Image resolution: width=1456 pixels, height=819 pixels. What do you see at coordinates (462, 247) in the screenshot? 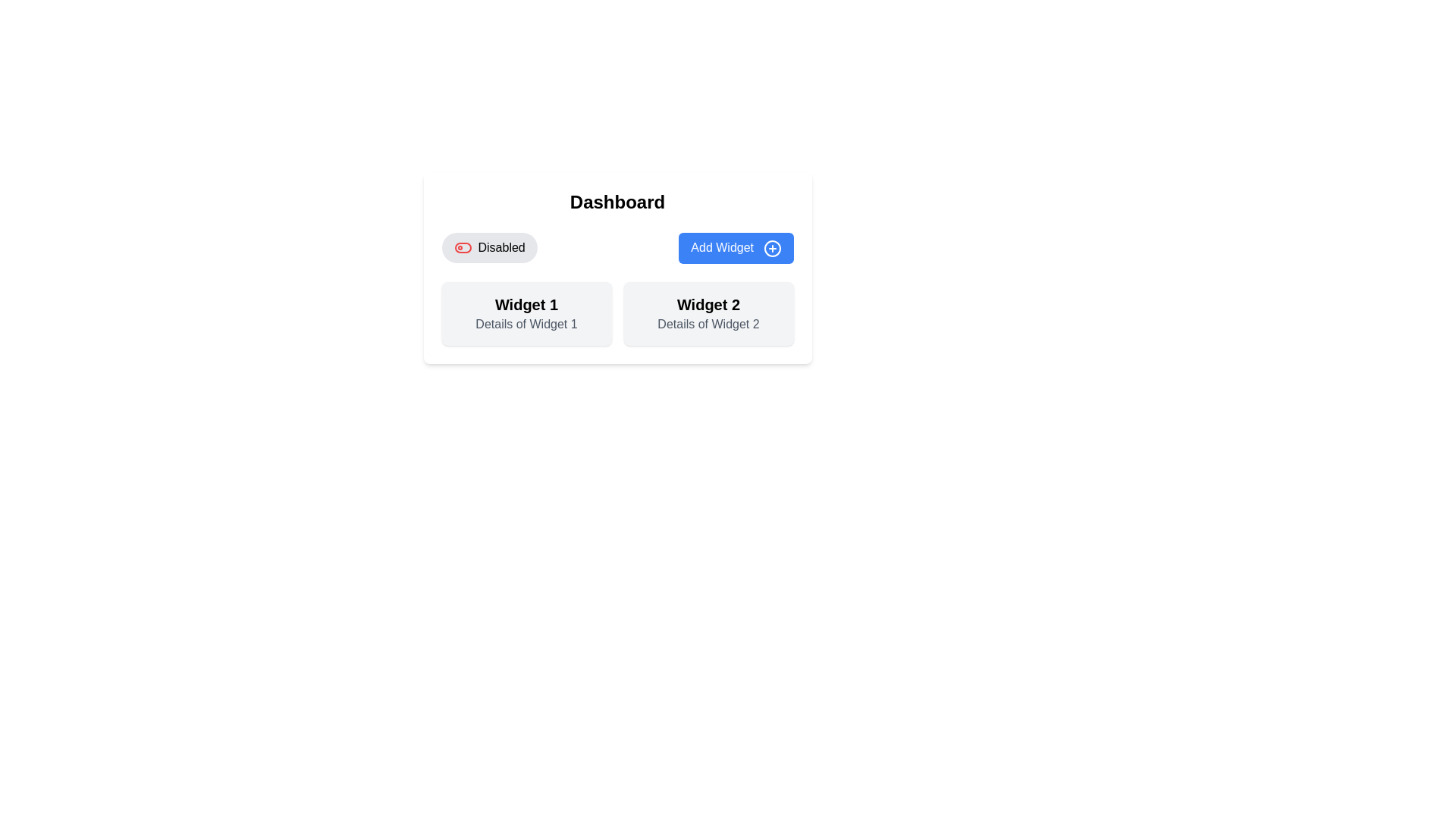
I see `the red circular toggle icon indicating the disabled status, located to the left of the text 'Disabled'` at bounding box center [462, 247].